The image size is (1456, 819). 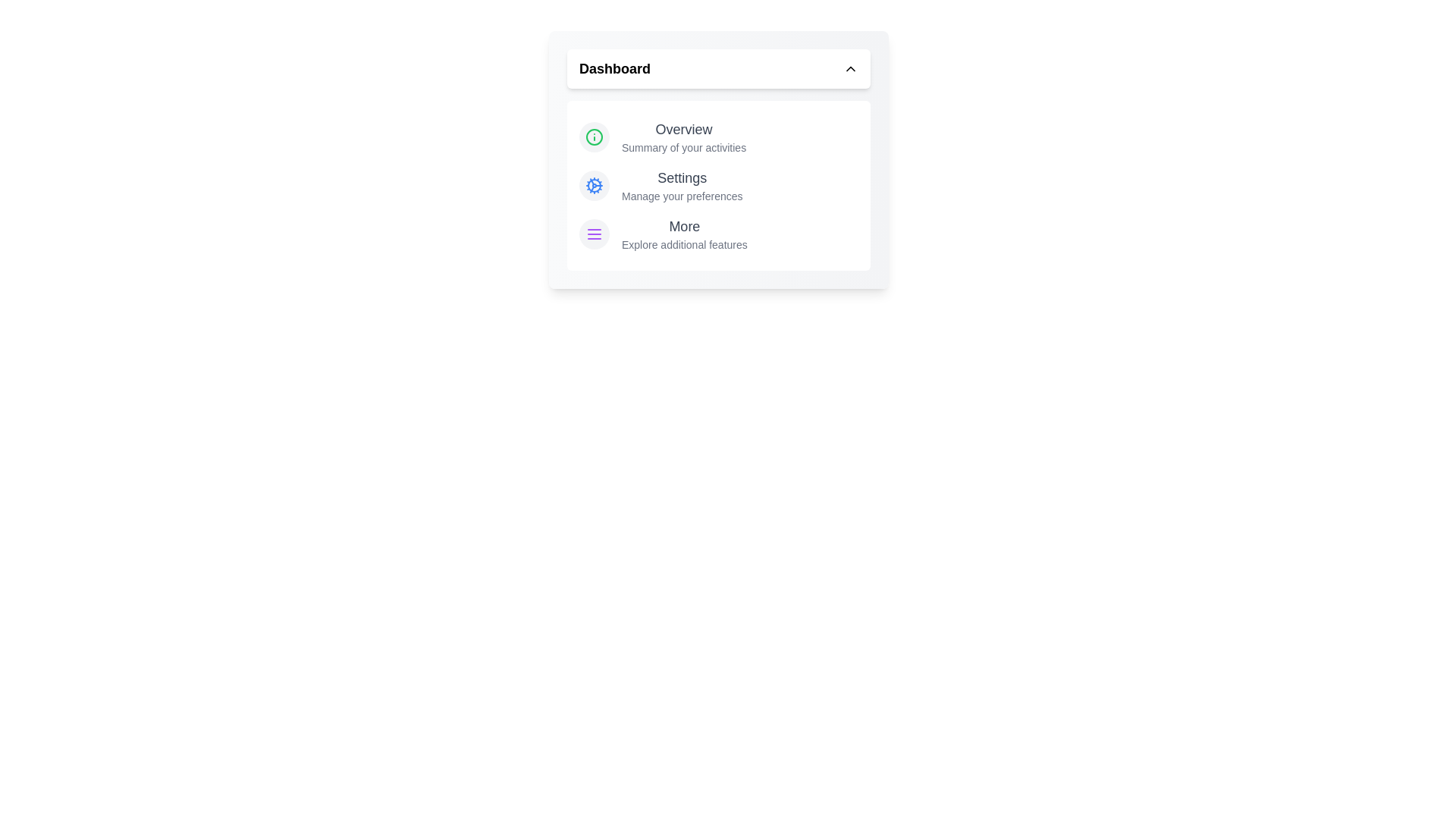 I want to click on the 'Settings' option in the menu, so click(x=680, y=185).